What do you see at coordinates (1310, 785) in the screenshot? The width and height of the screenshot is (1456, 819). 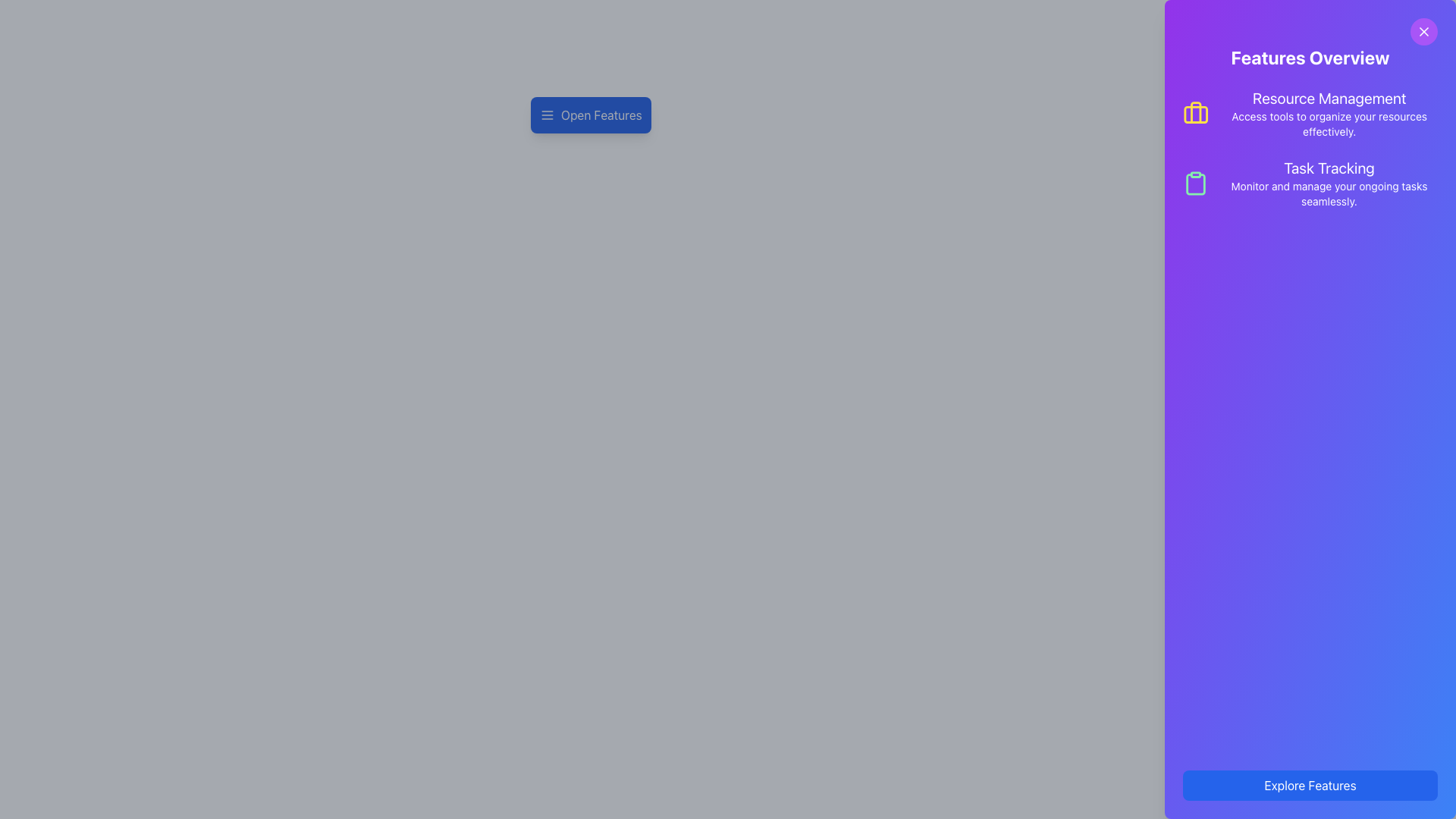 I see `the blue rectangular button with rounded corners labeled 'Explore Features'` at bounding box center [1310, 785].